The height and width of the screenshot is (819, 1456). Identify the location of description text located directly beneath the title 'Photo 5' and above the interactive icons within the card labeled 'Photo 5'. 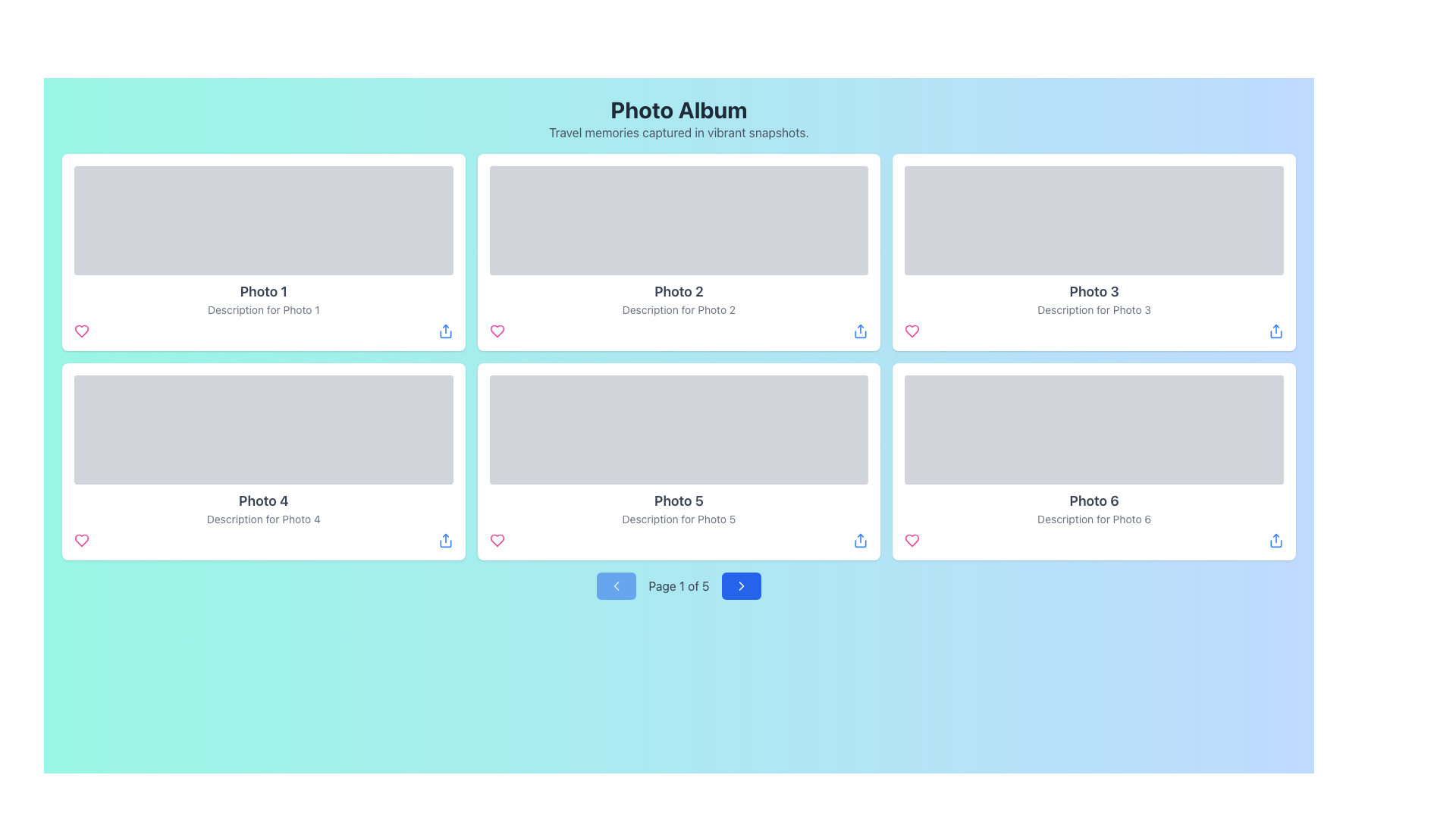
(678, 519).